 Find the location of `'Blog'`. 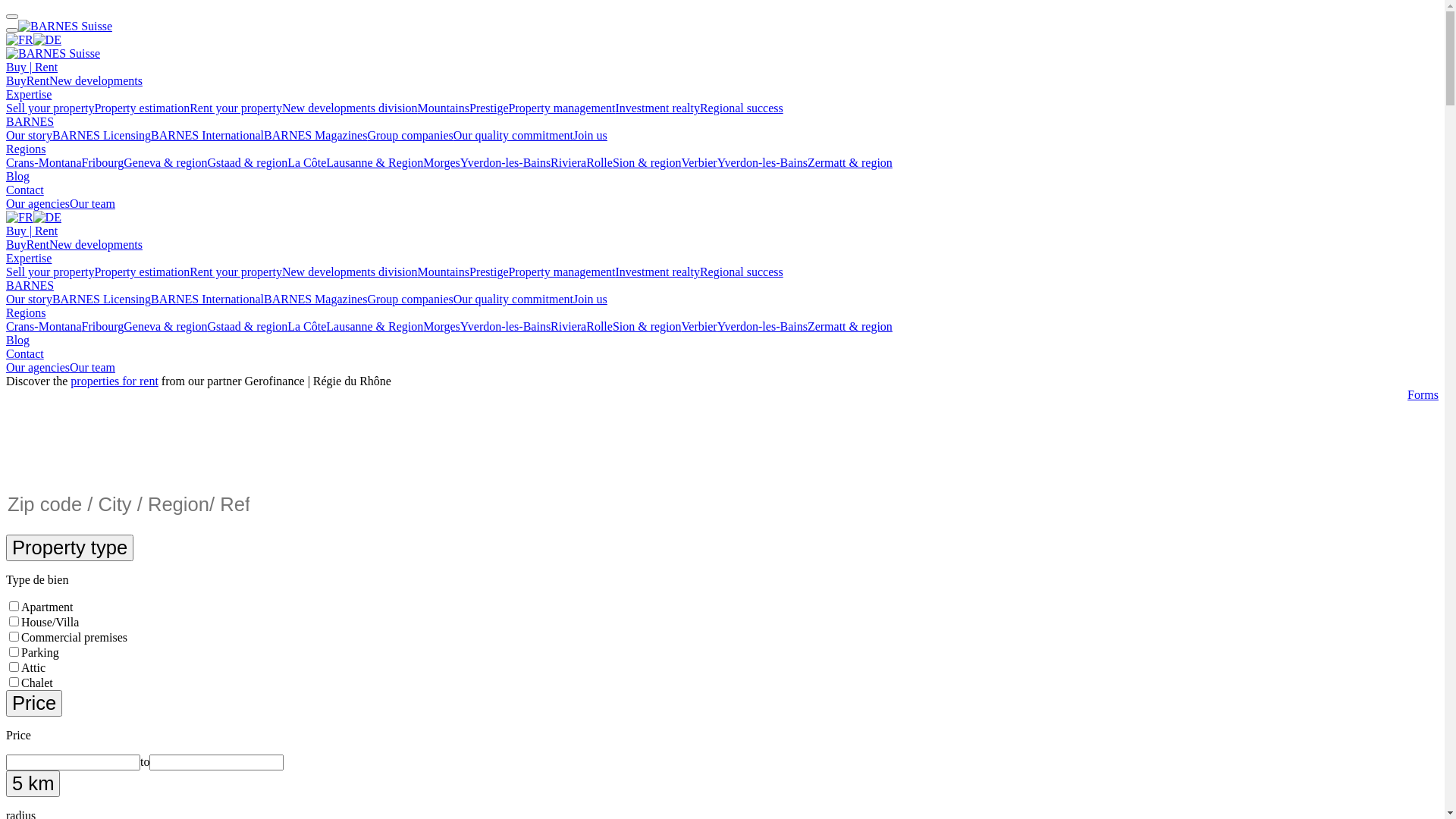

'Blog' is located at coordinates (17, 339).